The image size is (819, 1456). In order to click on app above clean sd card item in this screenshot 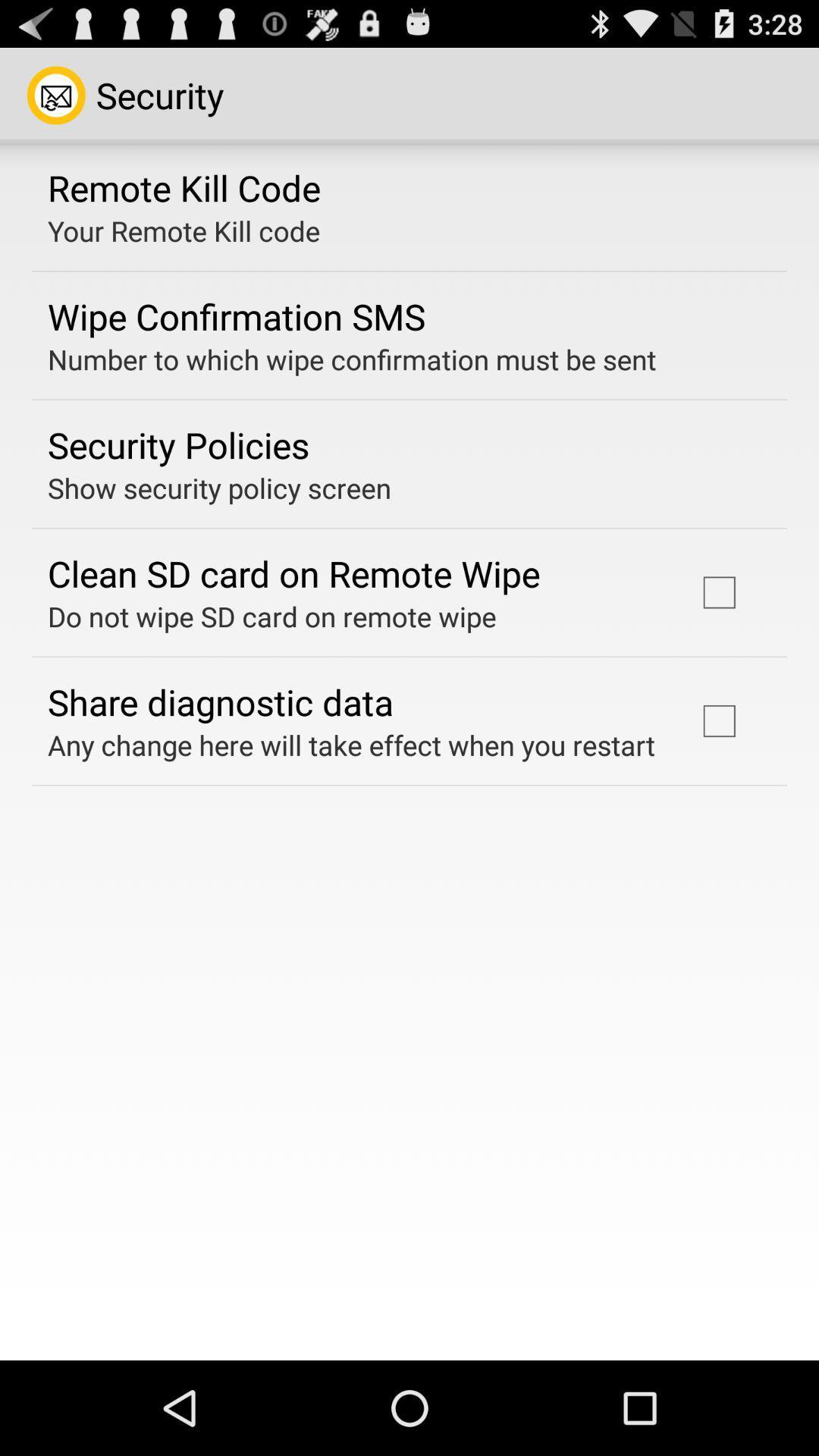, I will do `click(219, 488)`.